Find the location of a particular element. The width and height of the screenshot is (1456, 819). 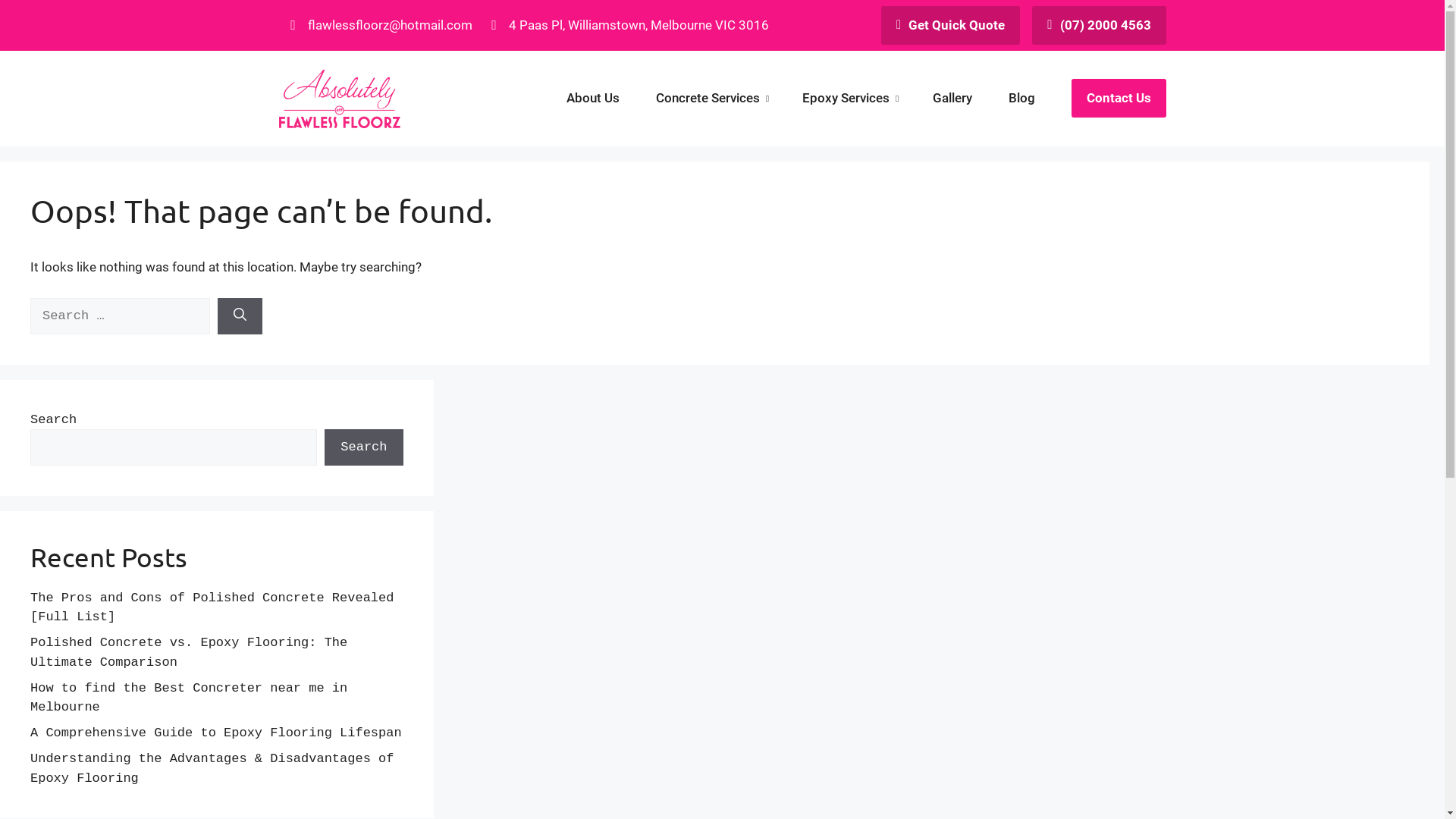

'Concrete Services' is located at coordinates (710, 99).